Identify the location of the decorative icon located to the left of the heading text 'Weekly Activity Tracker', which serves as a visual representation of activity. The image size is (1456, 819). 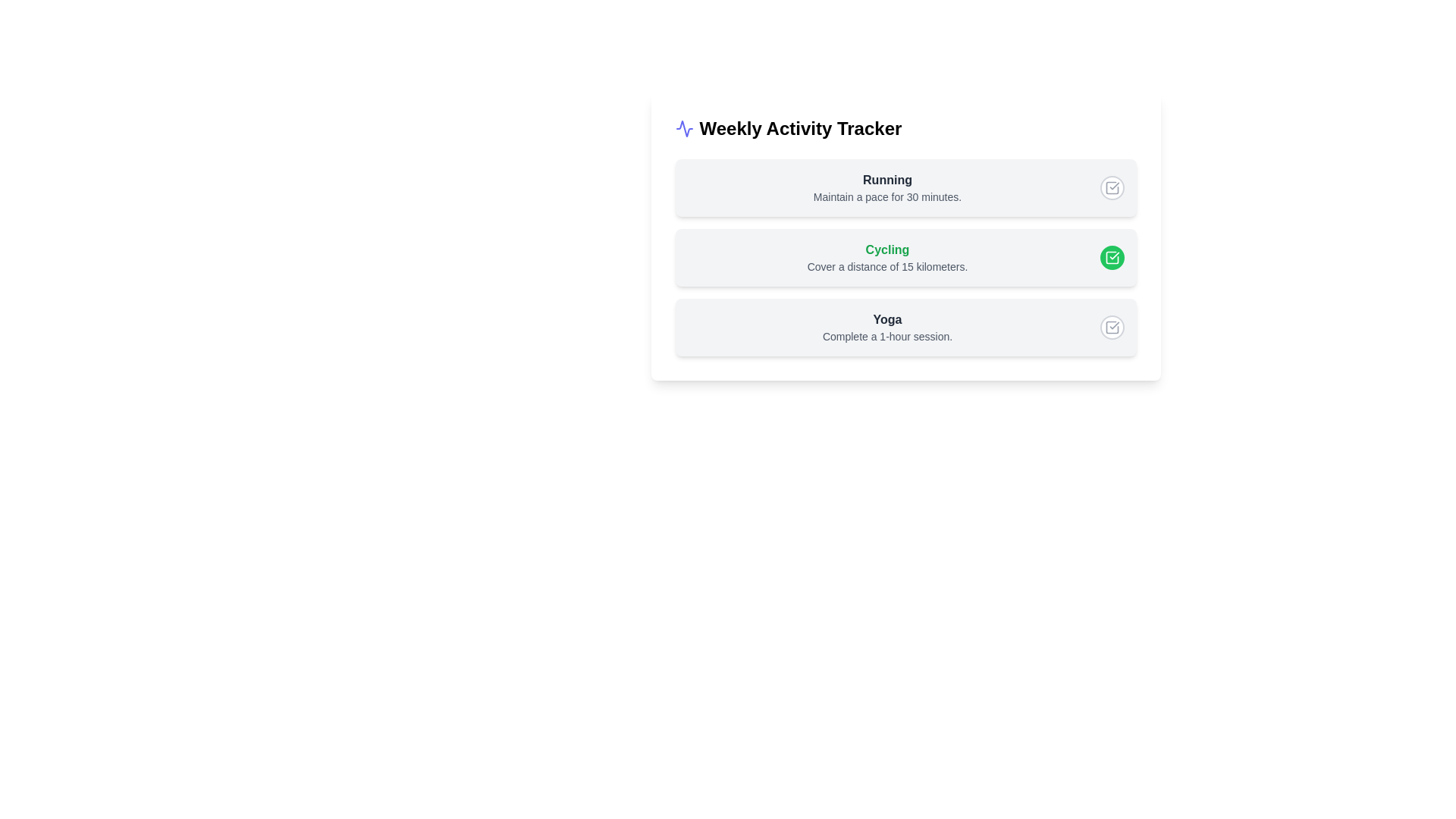
(683, 127).